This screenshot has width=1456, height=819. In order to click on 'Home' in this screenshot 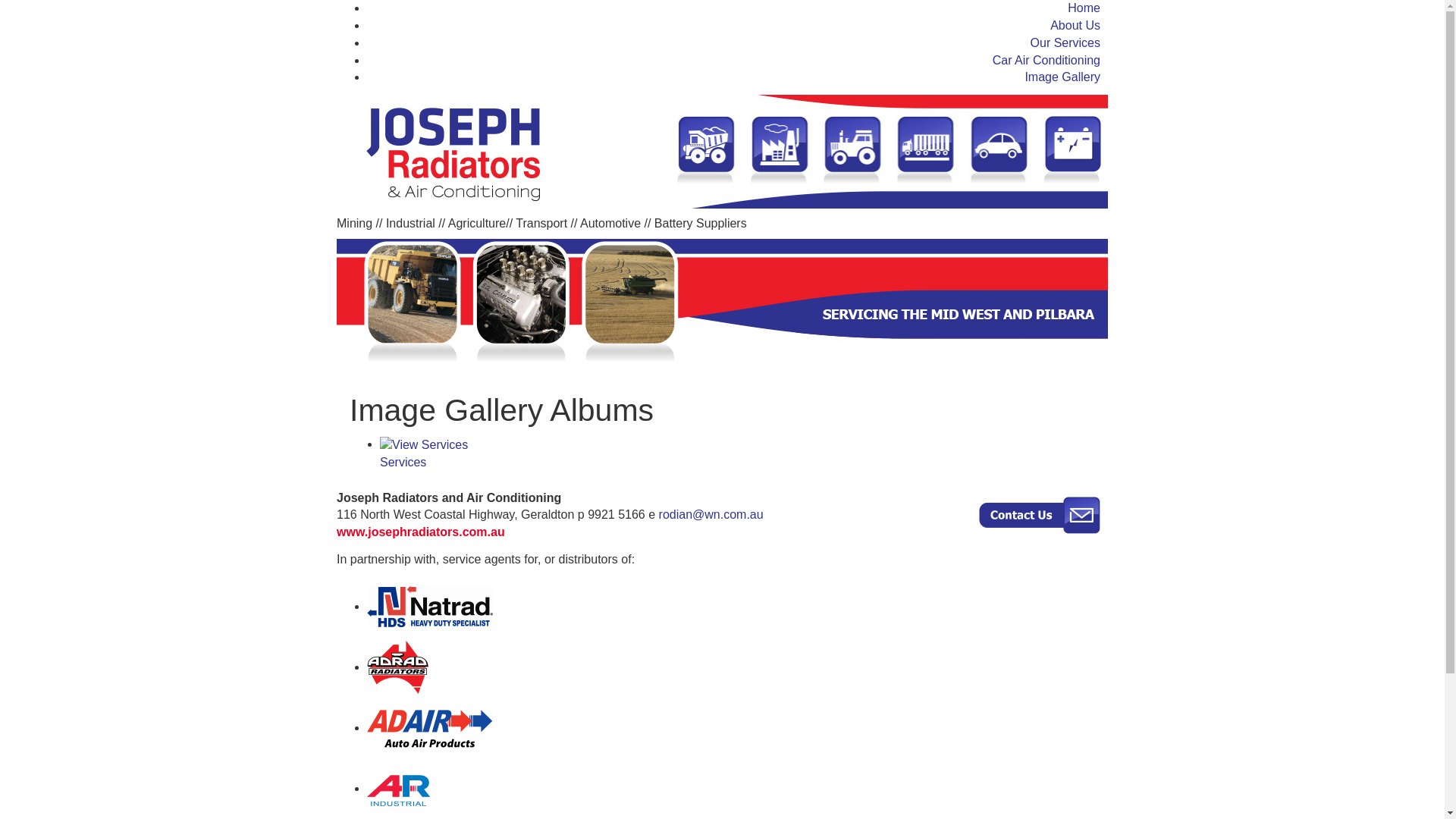, I will do `click(1066, 8)`.